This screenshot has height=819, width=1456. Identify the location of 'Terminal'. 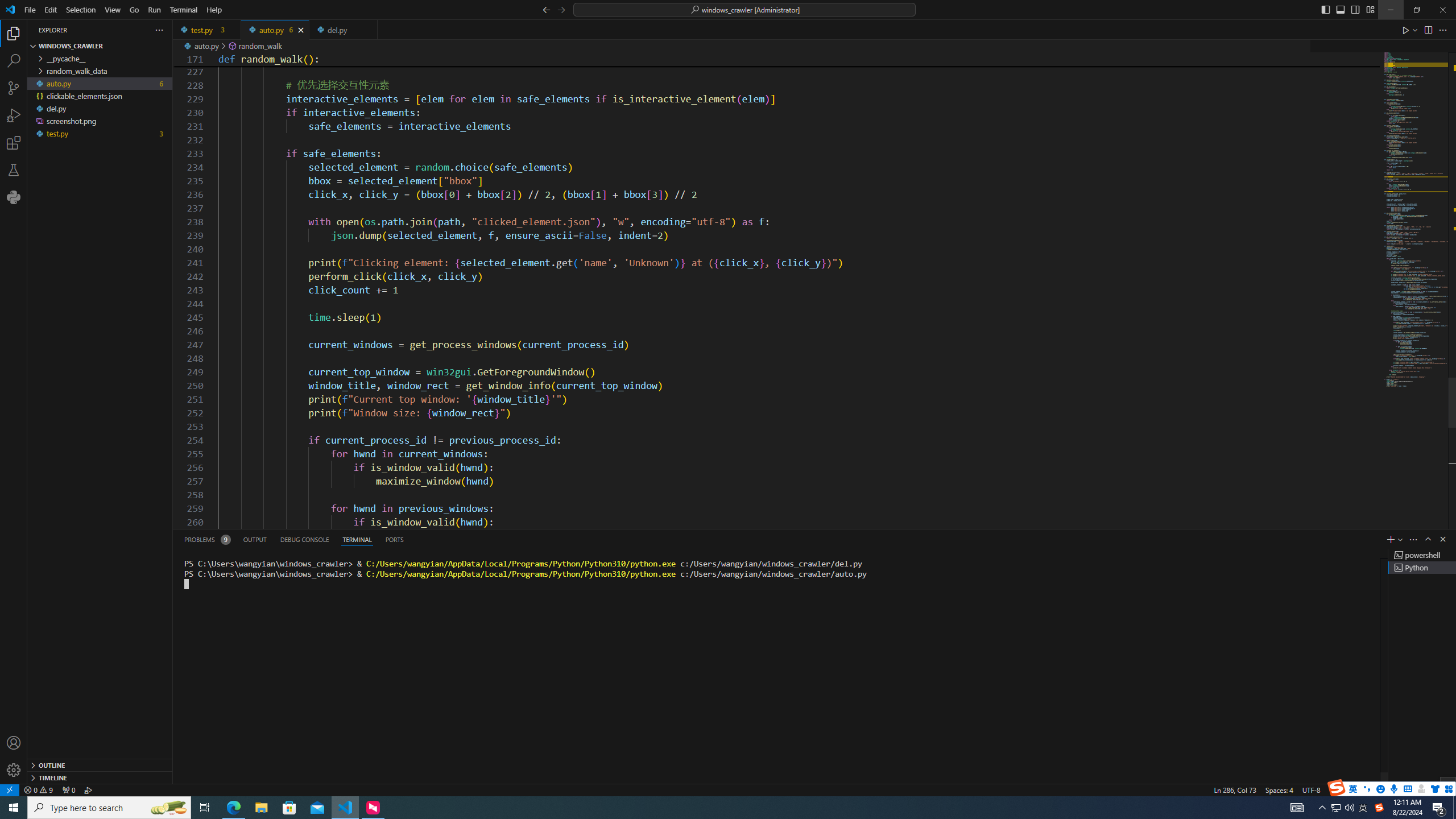
(183, 9).